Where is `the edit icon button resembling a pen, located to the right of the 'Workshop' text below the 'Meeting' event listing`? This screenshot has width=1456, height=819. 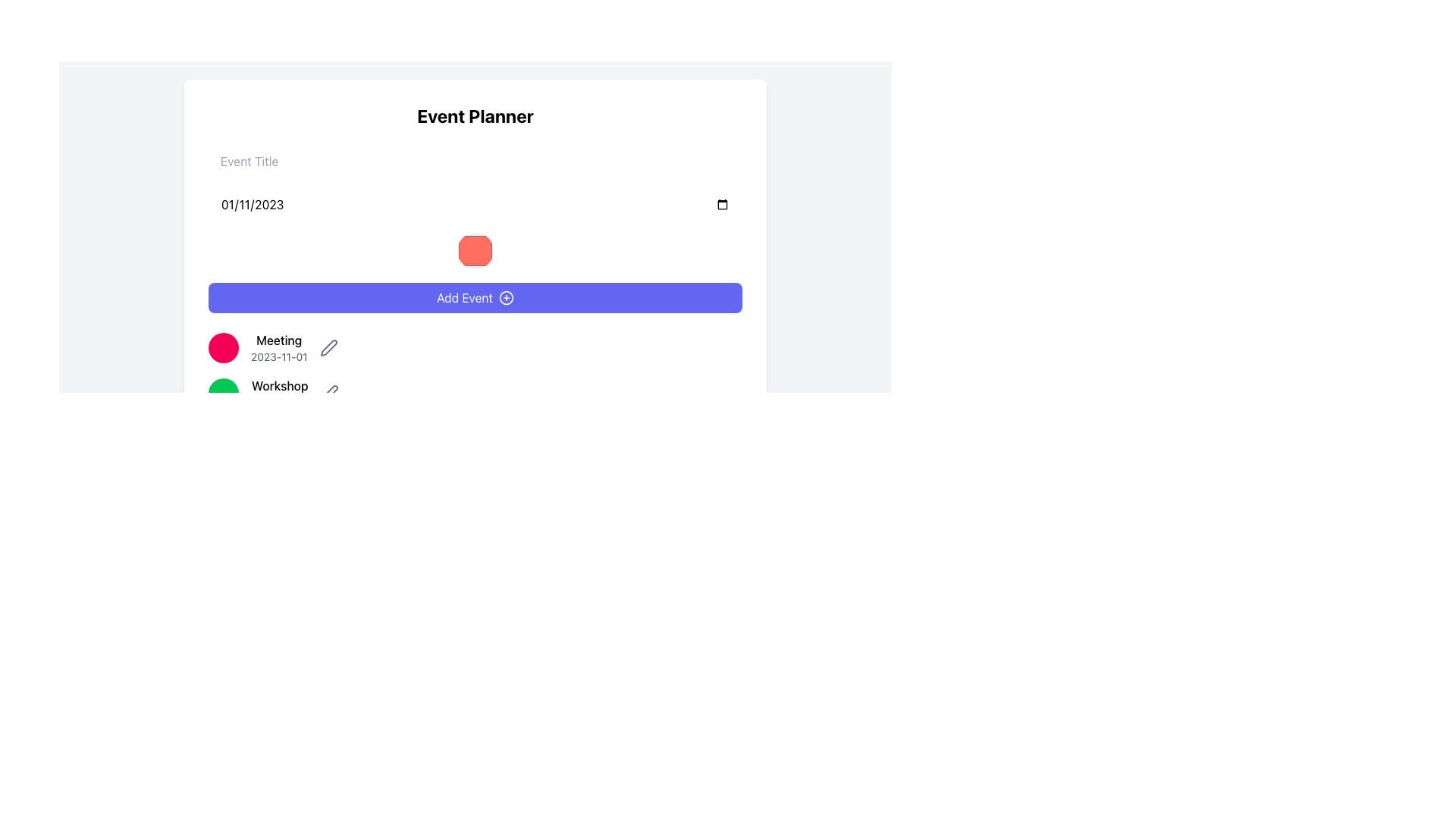 the edit icon button resembling a pen, located to the right of the 'Workshop' text below the 'Meeting' event listing is located at coordinates (329, 393).